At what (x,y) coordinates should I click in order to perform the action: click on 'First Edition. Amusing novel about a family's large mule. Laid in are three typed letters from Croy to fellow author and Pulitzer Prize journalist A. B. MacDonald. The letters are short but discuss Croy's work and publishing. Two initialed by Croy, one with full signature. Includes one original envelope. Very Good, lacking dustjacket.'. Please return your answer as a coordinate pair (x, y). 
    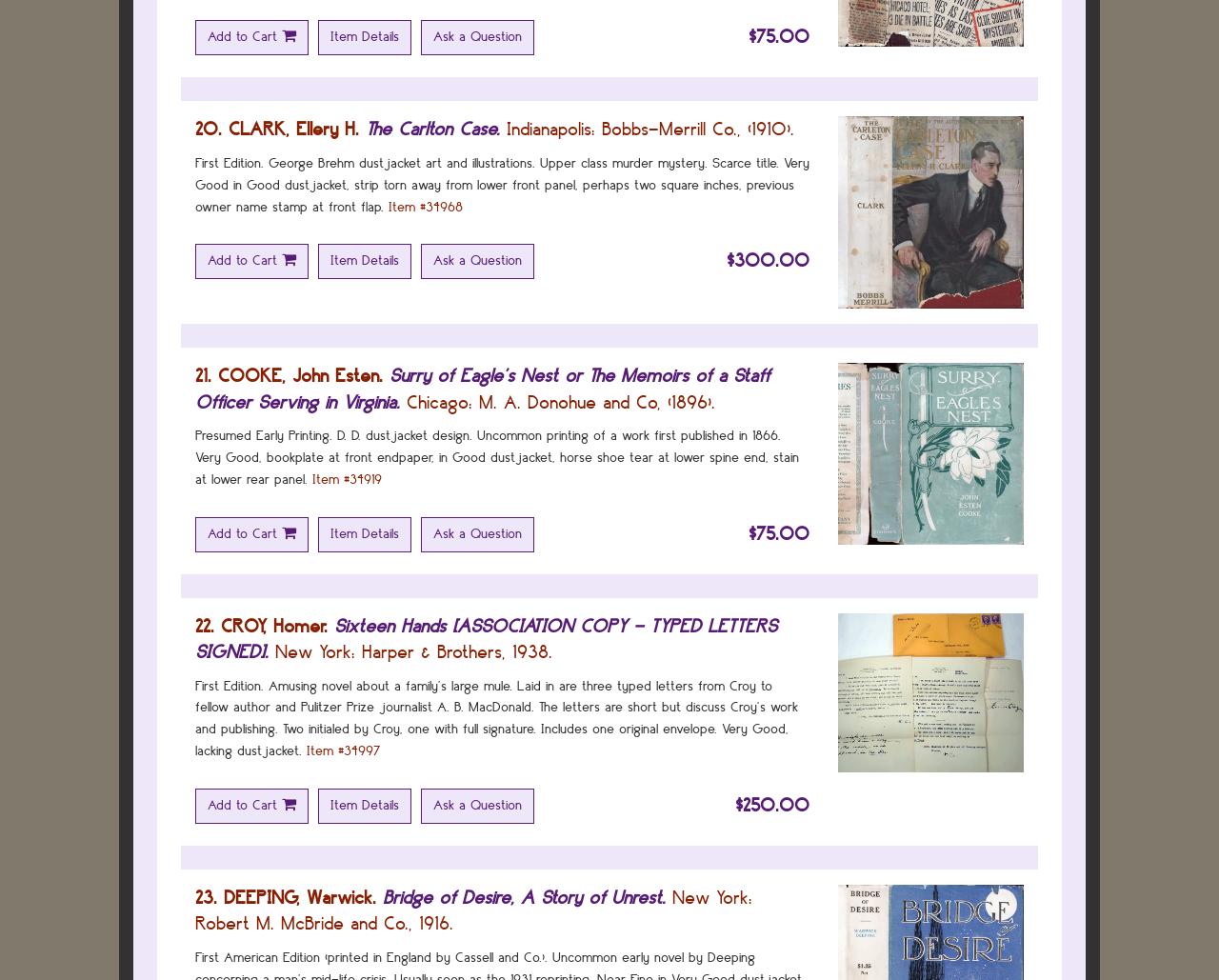
    Looking at the image, I should click on (496, 718).